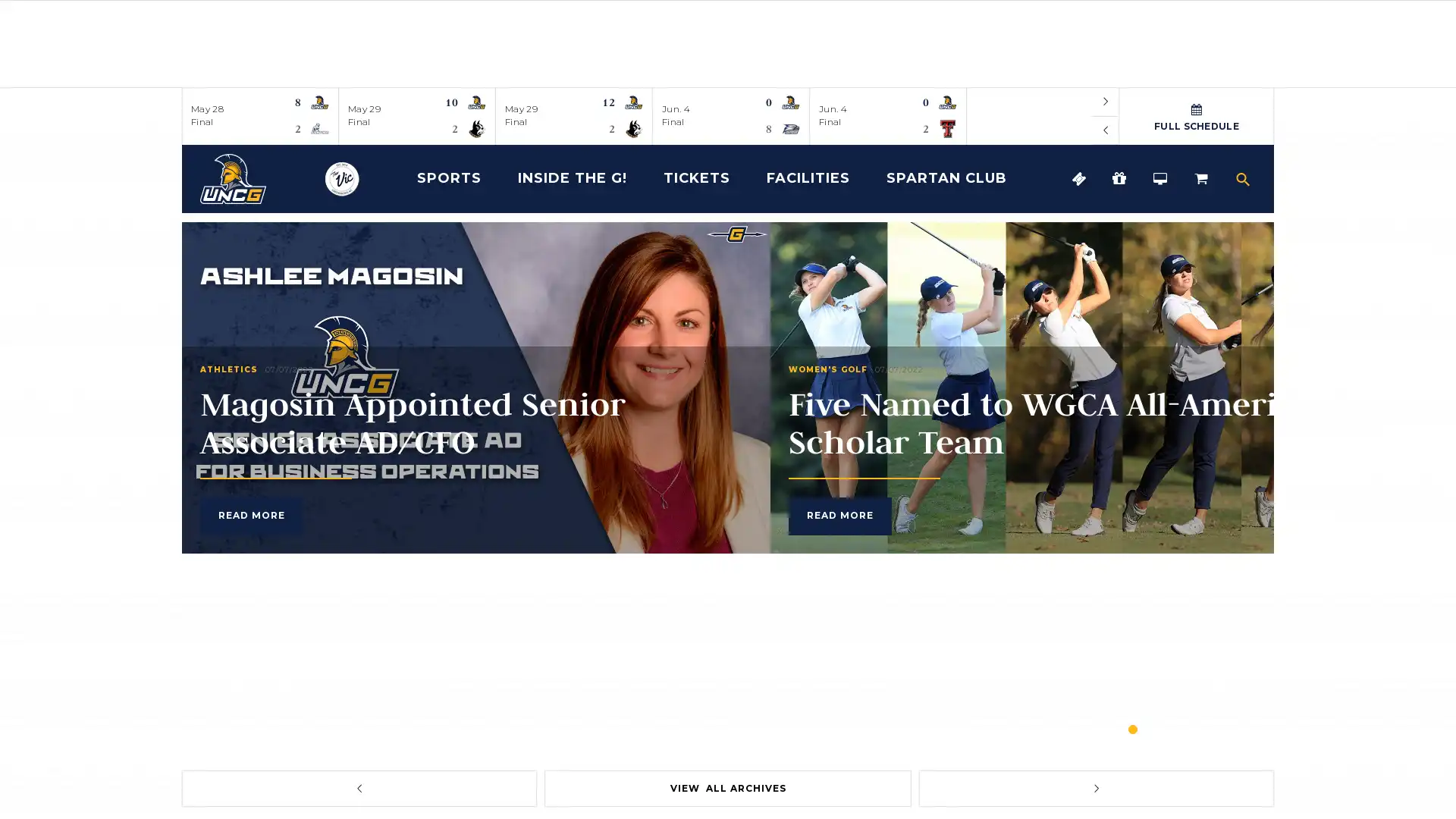  Describe the element at coordinates (358, 788) in the screenshot. I see `previous` at that location.